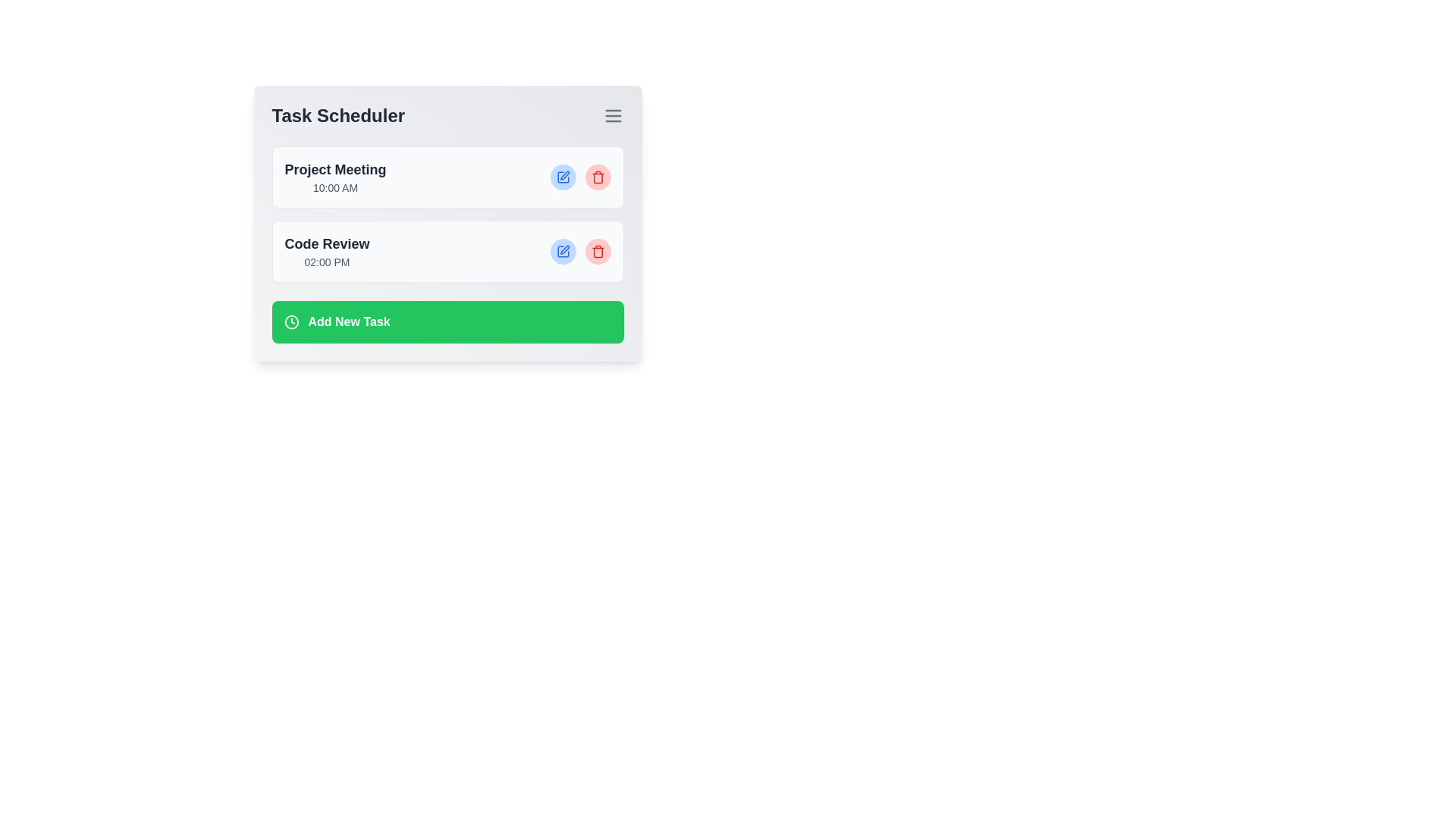 Image resolution: width=1456 pixels, height=819 pixels. I want to click on the text label displaying the time '10:00 AM', which is styled in a smaller gray font and located below the 'Project Meeting' text in the task scheduler interface, so click(334, 187).